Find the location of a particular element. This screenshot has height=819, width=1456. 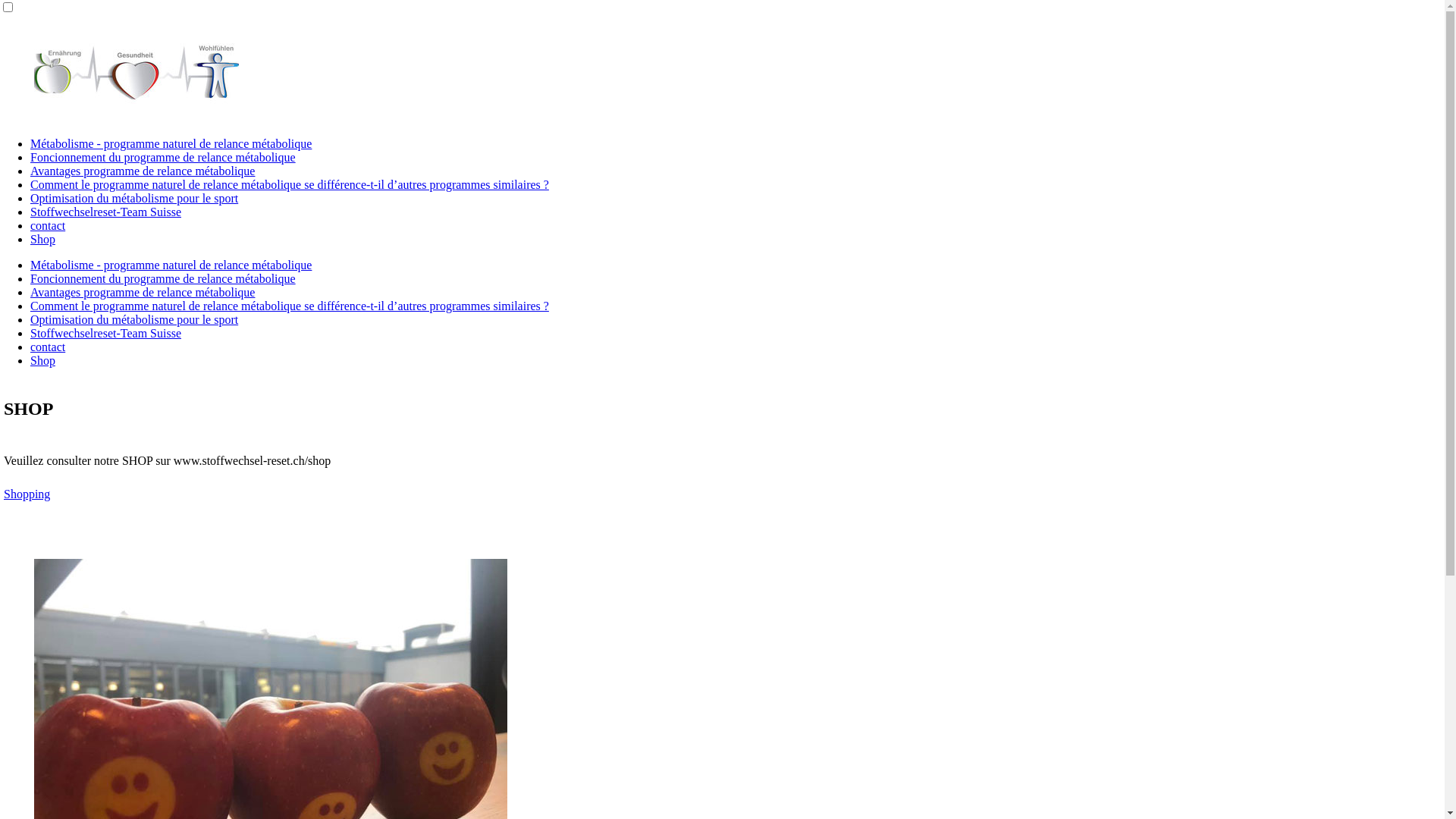

'contact' is located at coordinates (47, 347).